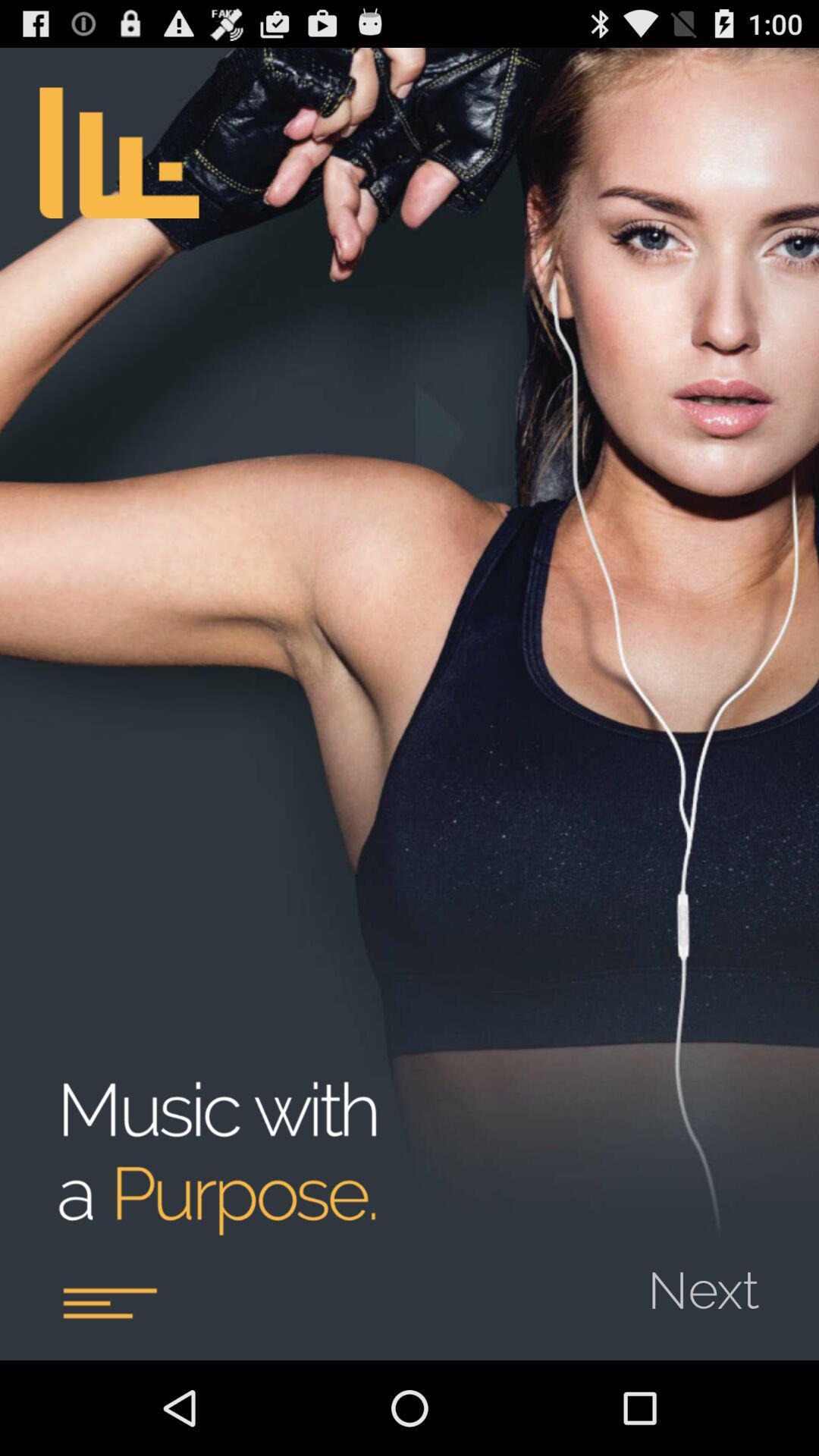 This screenshot has height=1456, width=819. Describe the element at coordinates (108, 1302) in the screenshot. I see `open details or context` at that location.